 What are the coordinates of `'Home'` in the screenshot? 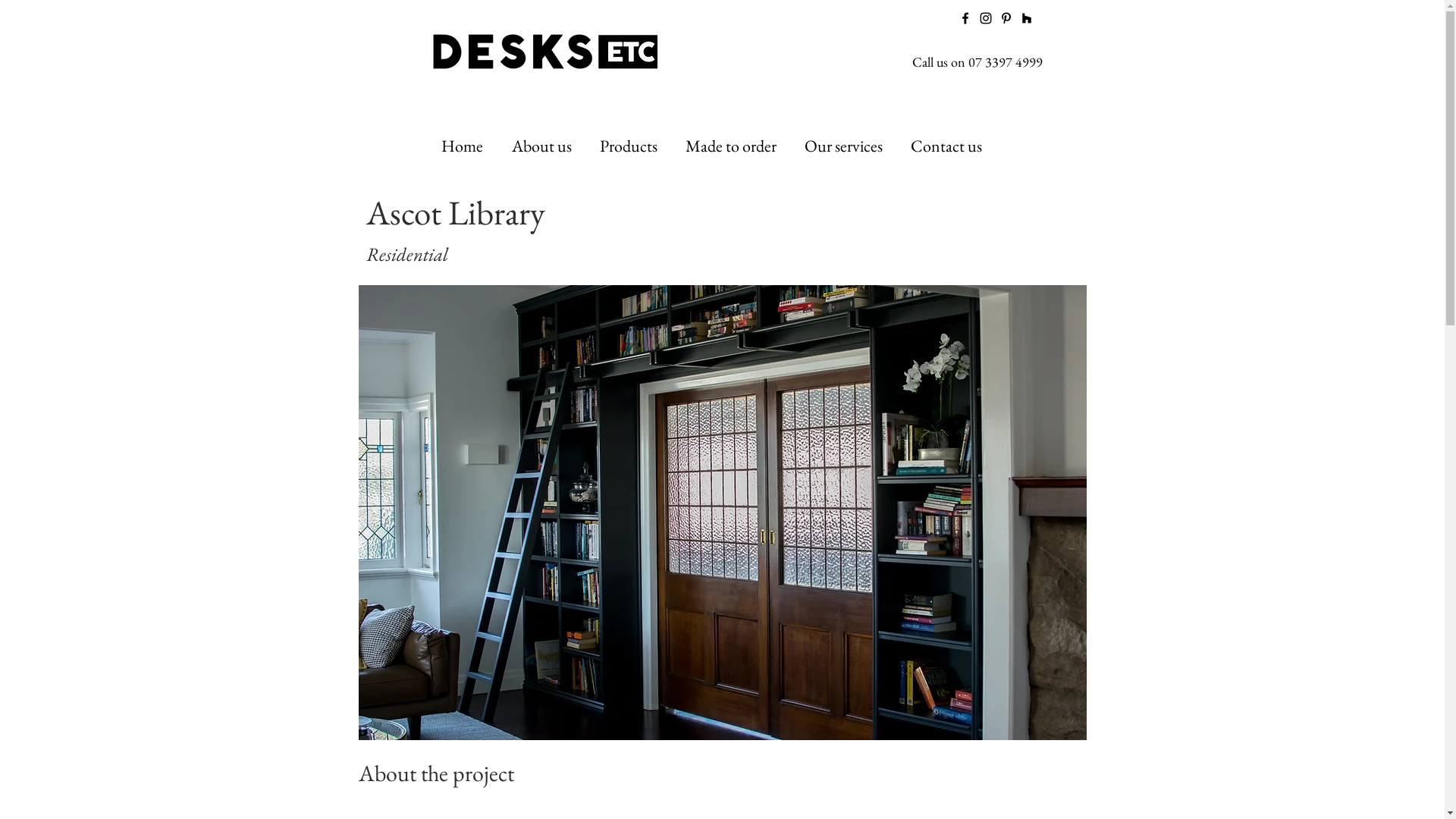 It's located at (463, 146).